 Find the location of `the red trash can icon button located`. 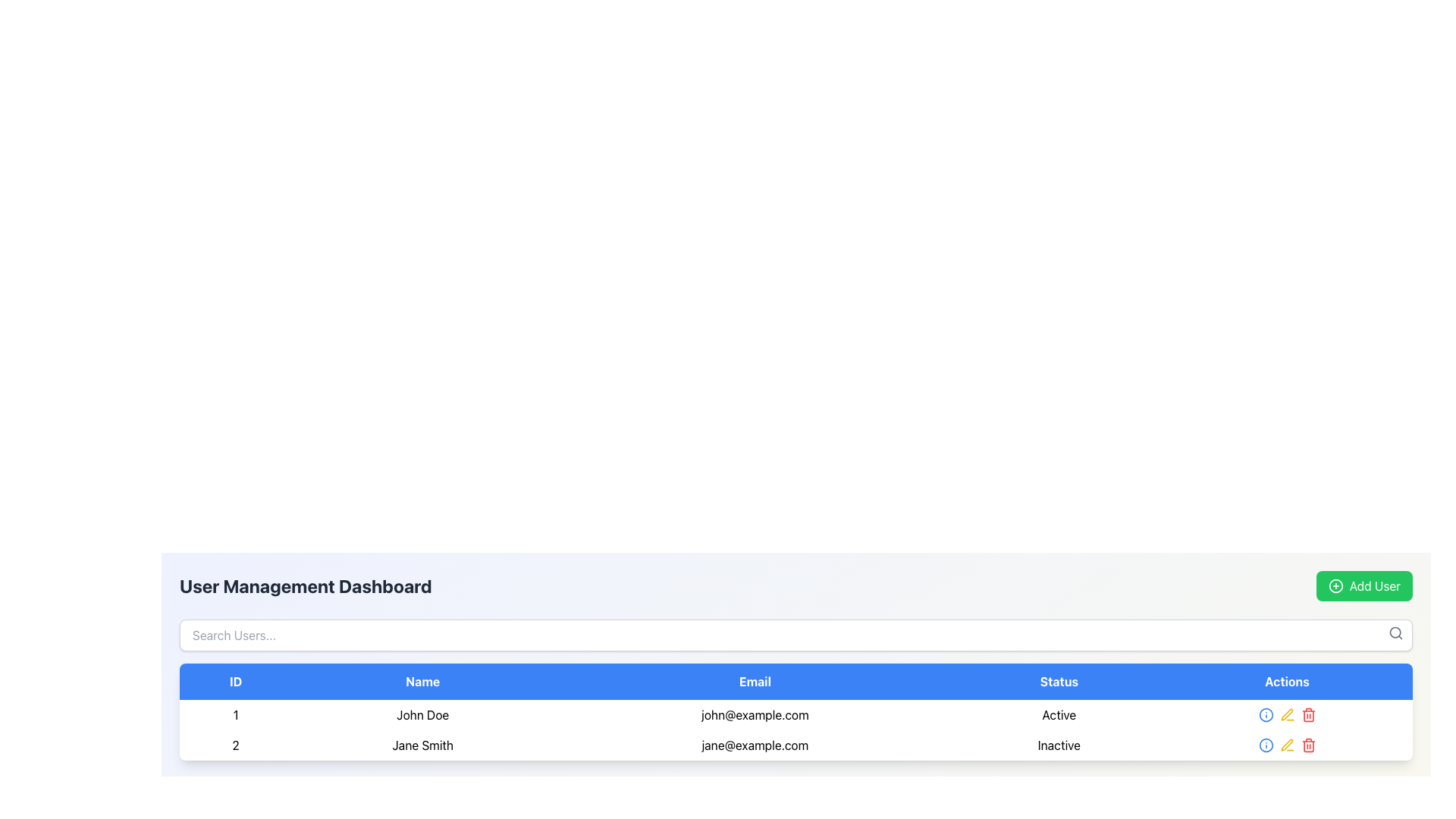

the red trash can icon button located is located at coordinates (1307, 714).